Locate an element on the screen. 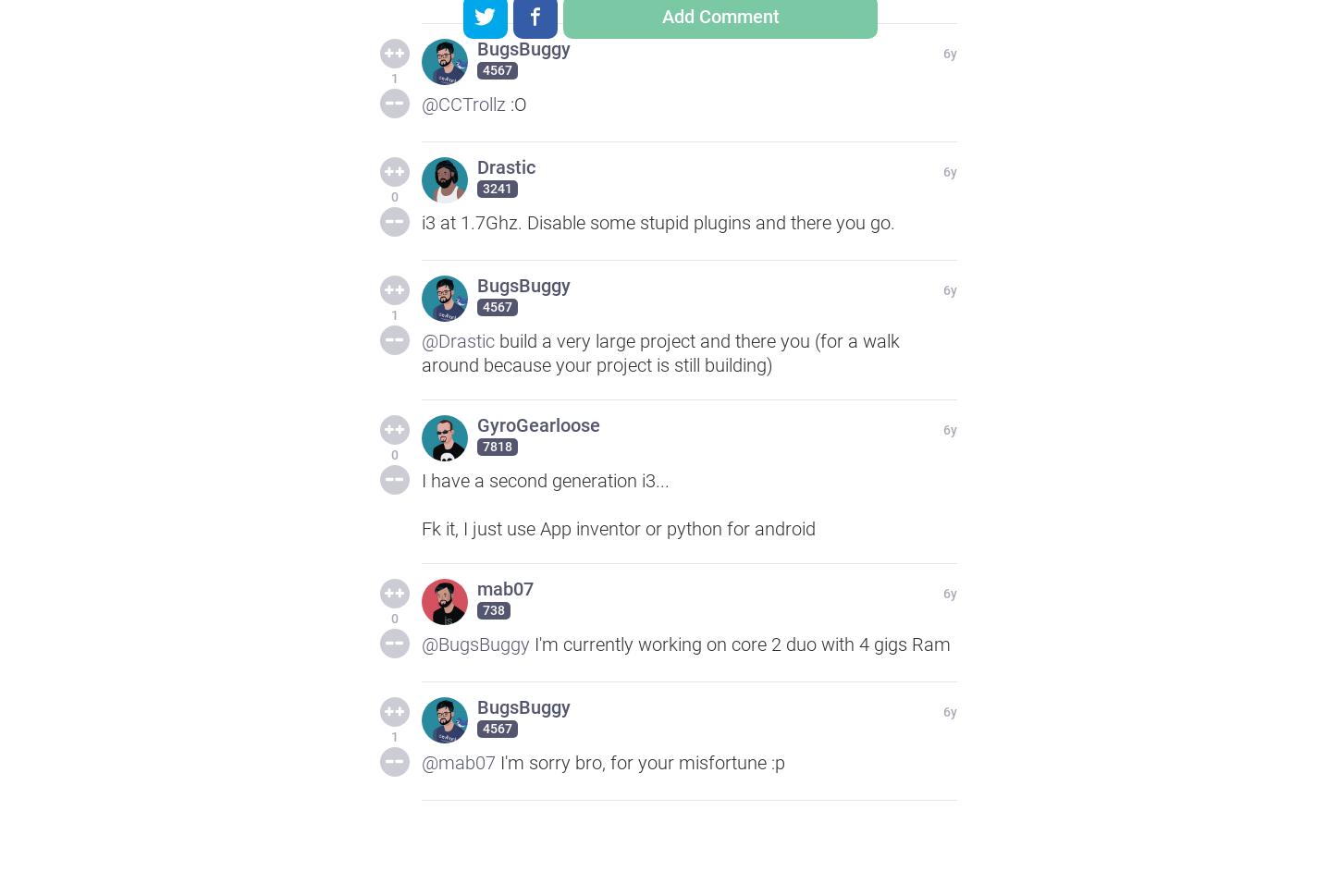 This screenshot has width=1341, height=896. 'GyroGearloose' is located at coordinates (538, 424).